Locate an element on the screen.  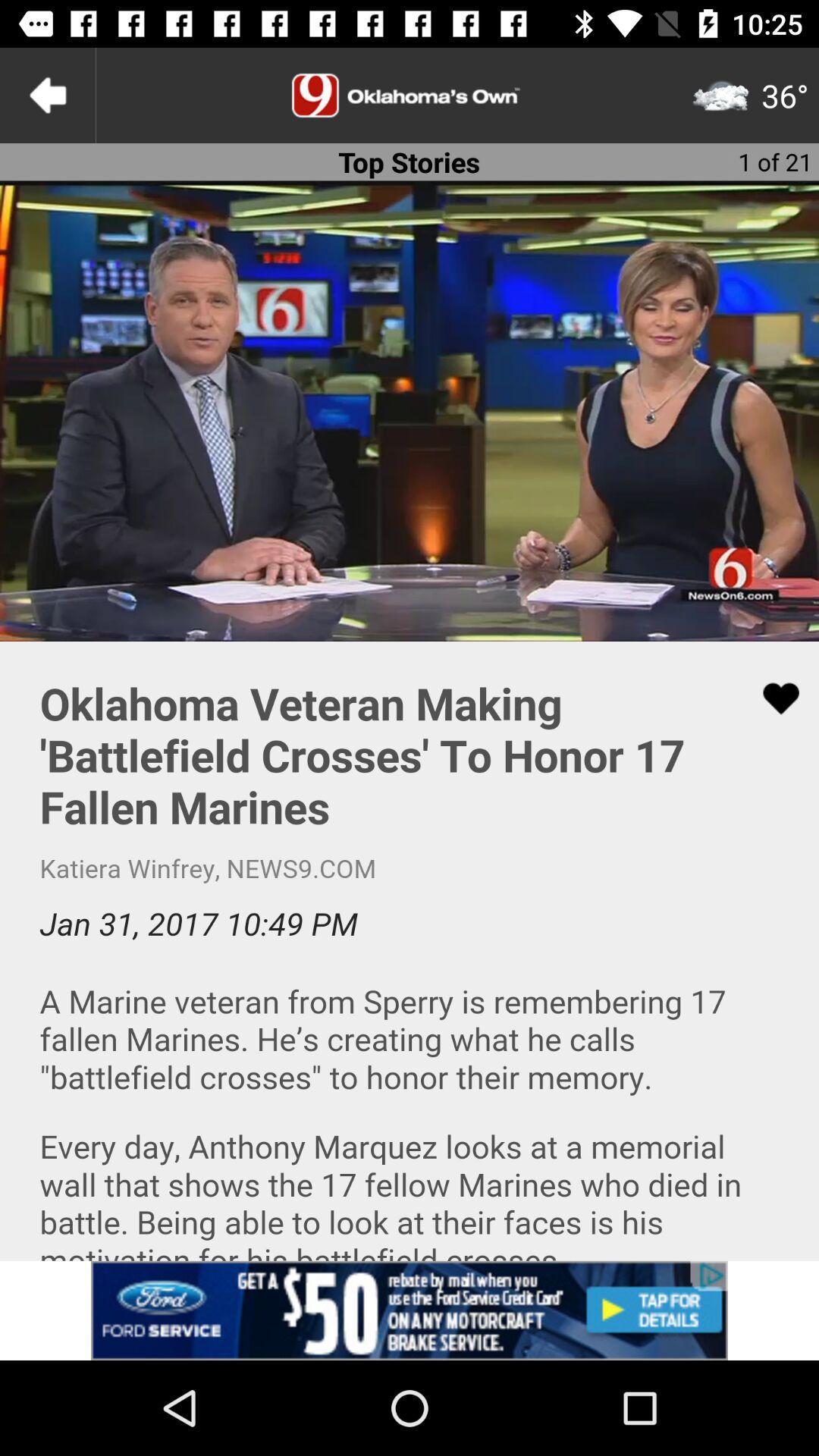
like is located at coordinates (771, 698).